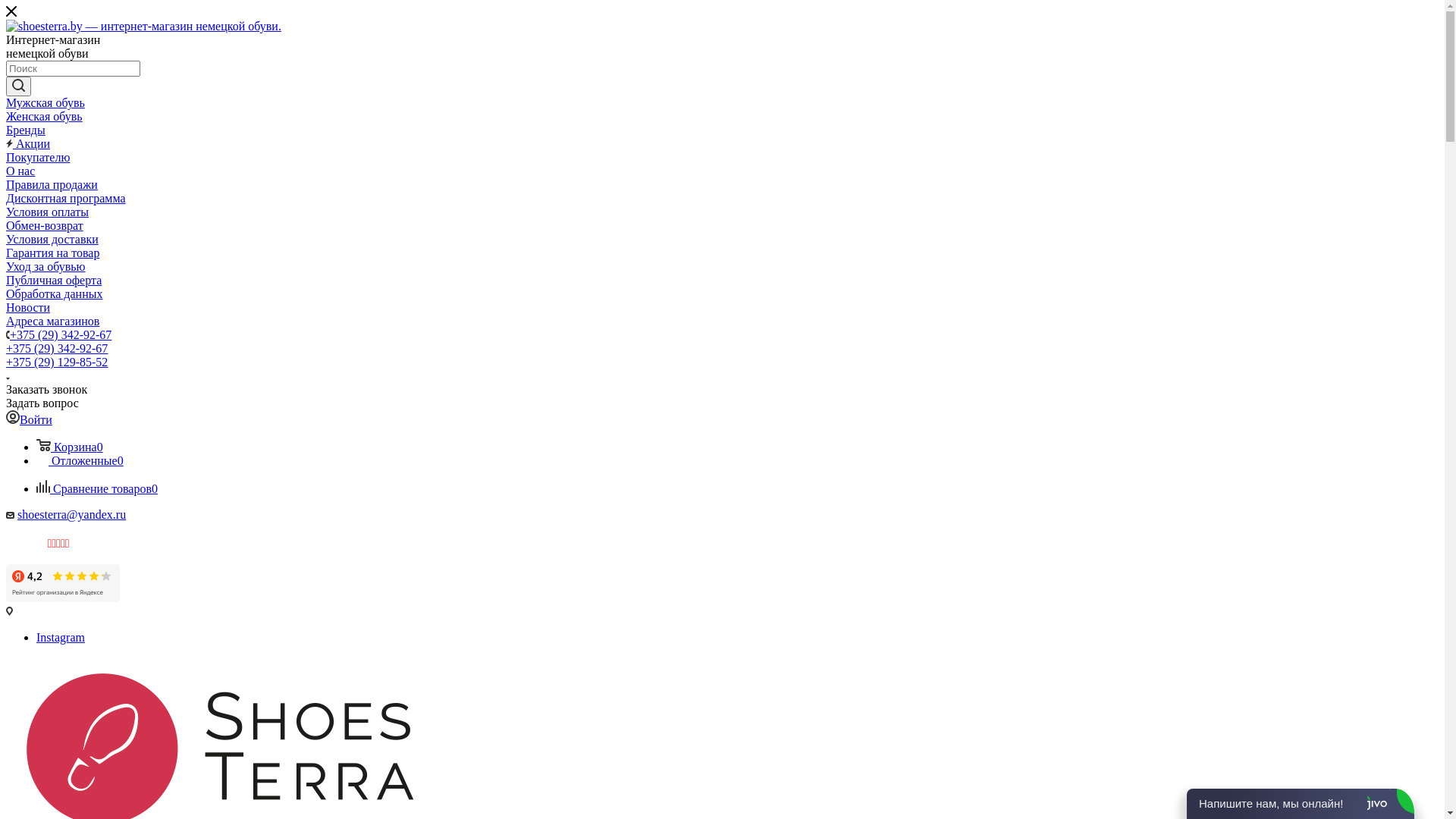 The width and height of the screenshot is (1456, 819). What do you see at coordinates (71, 513) in the screenshot?
I see `'shoesterra@yandex.ru'` at bounding box center [71, 513].